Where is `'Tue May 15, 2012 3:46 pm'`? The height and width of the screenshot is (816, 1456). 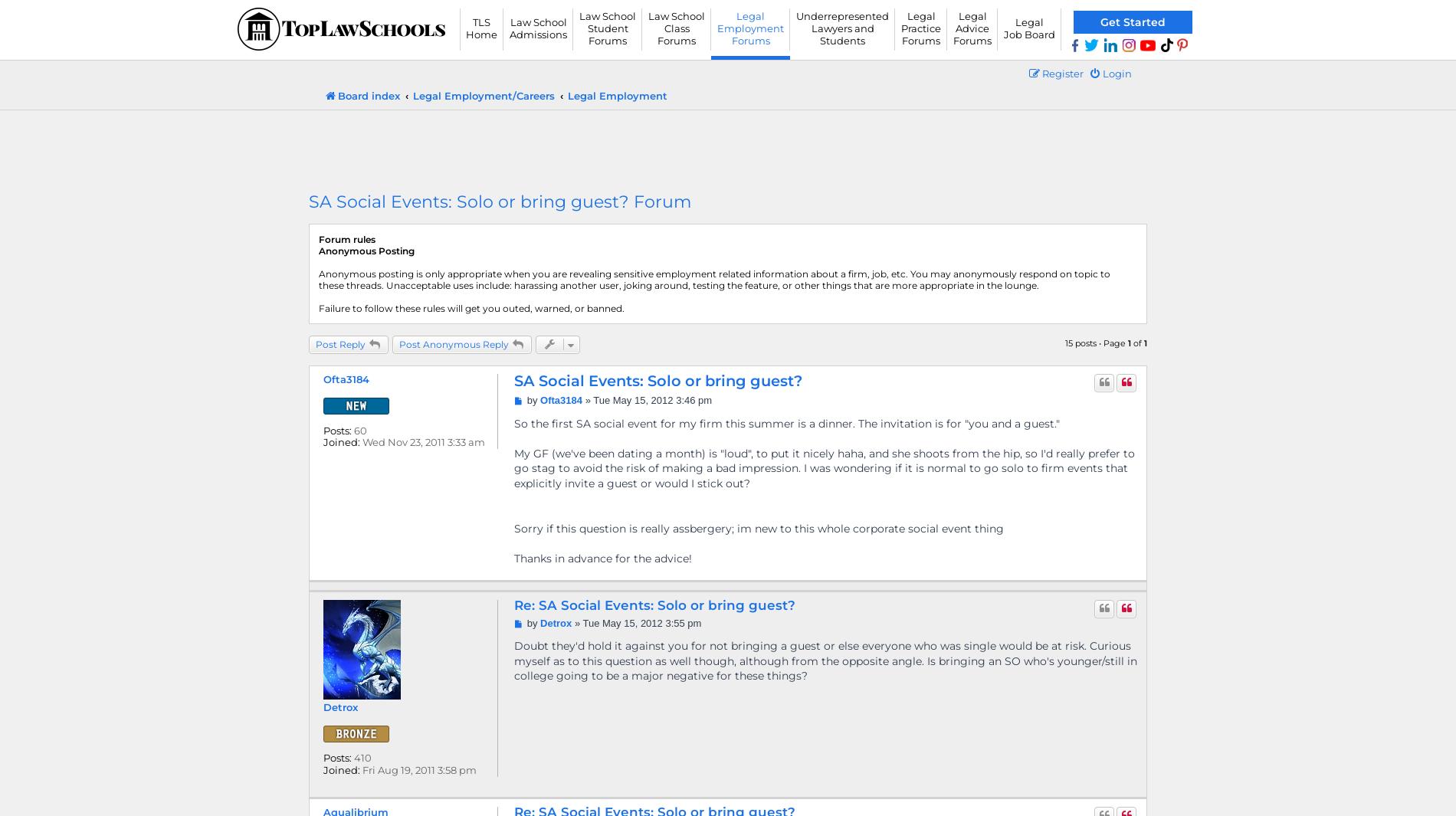
'Tue May 15, 2012 3:46 pm' is located at coordinates (651, 399).